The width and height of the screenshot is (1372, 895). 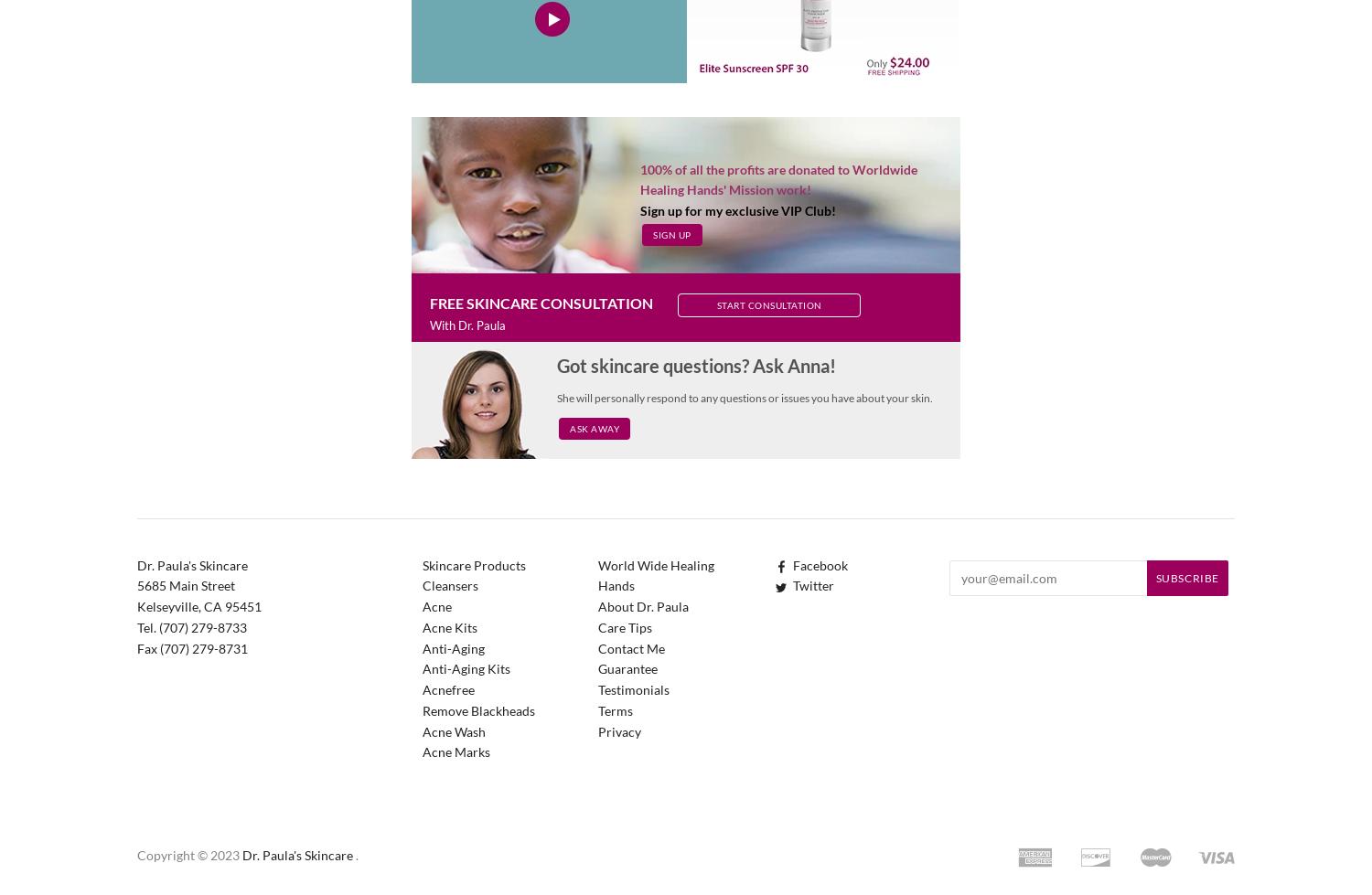 I want to click on 'With Dr. Paula', so click(x=467, y=324).